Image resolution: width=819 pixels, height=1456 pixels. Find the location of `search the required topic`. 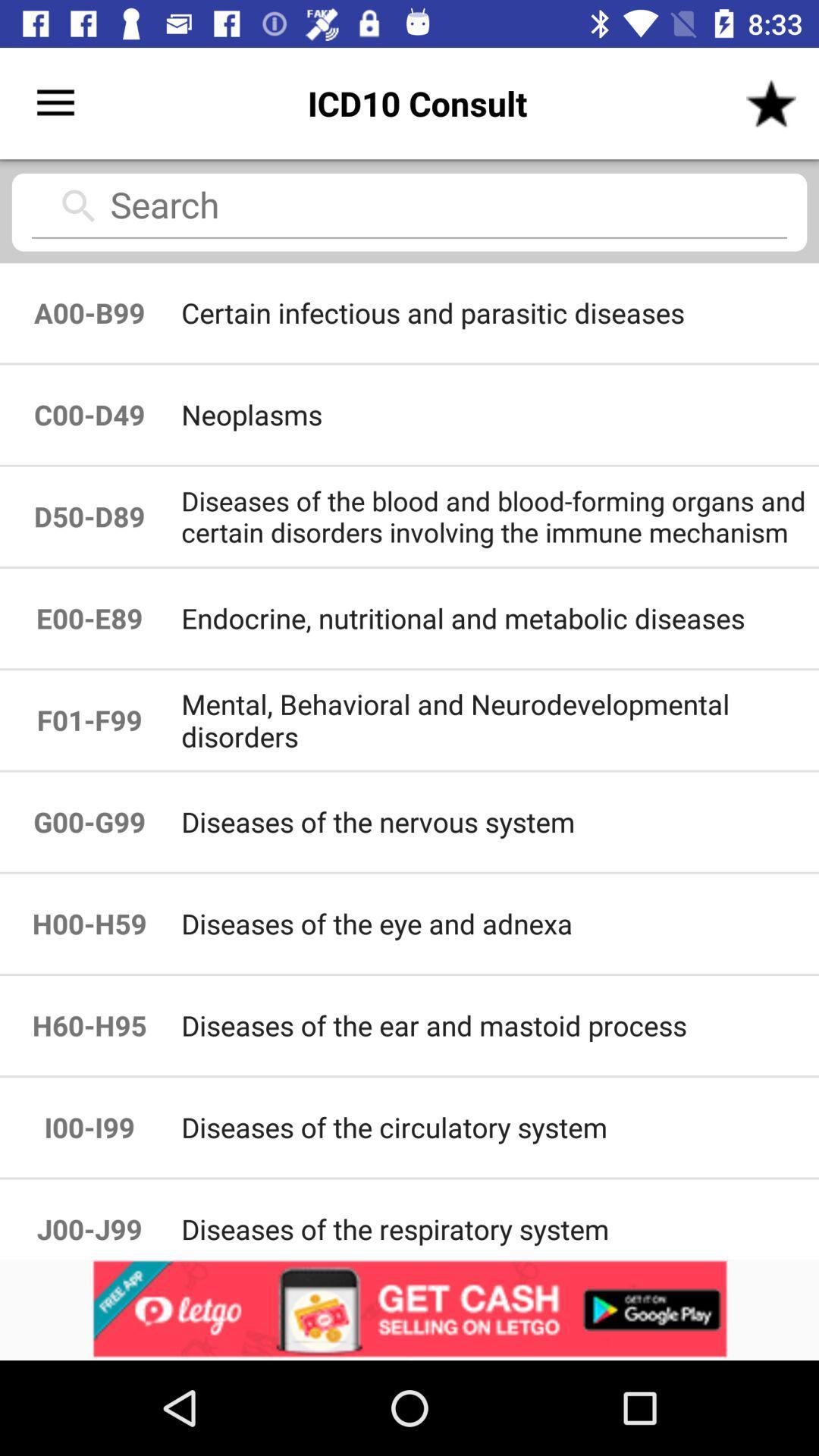

search the required topic is located at coordinates (409, 210).